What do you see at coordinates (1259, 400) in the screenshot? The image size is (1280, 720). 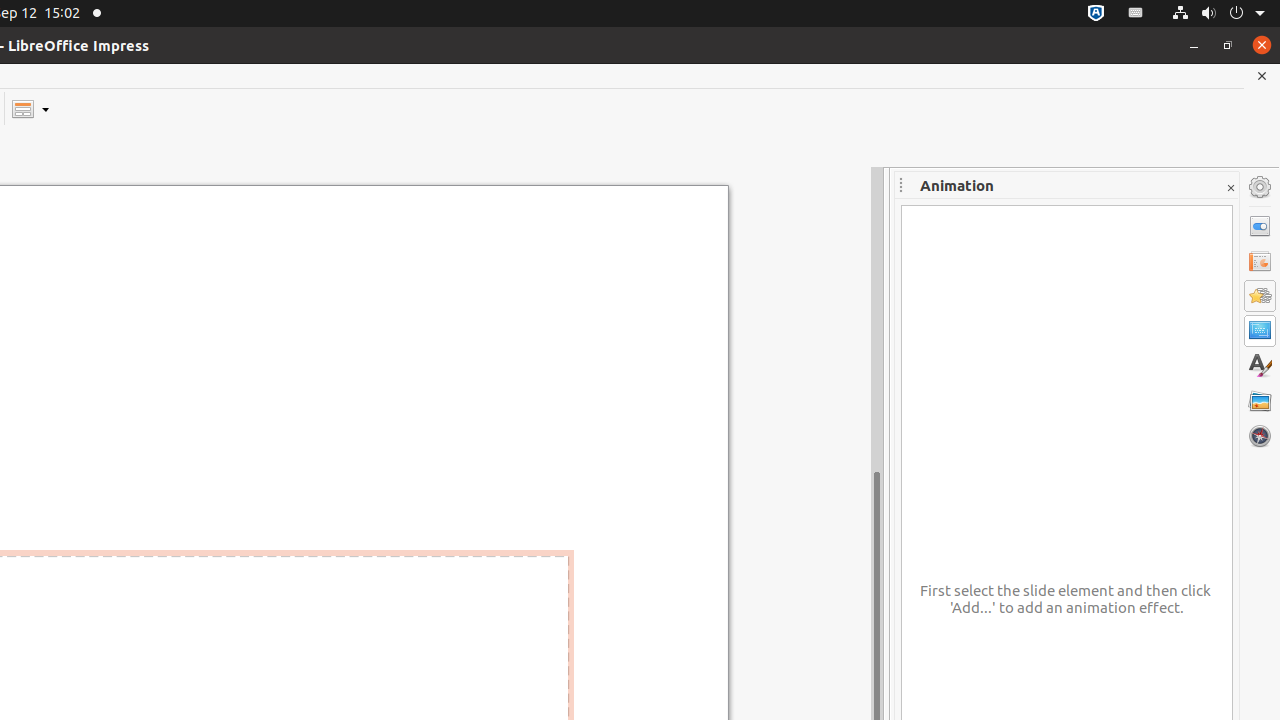 I see `'Gallery'` at bounding box center [1259, 400].